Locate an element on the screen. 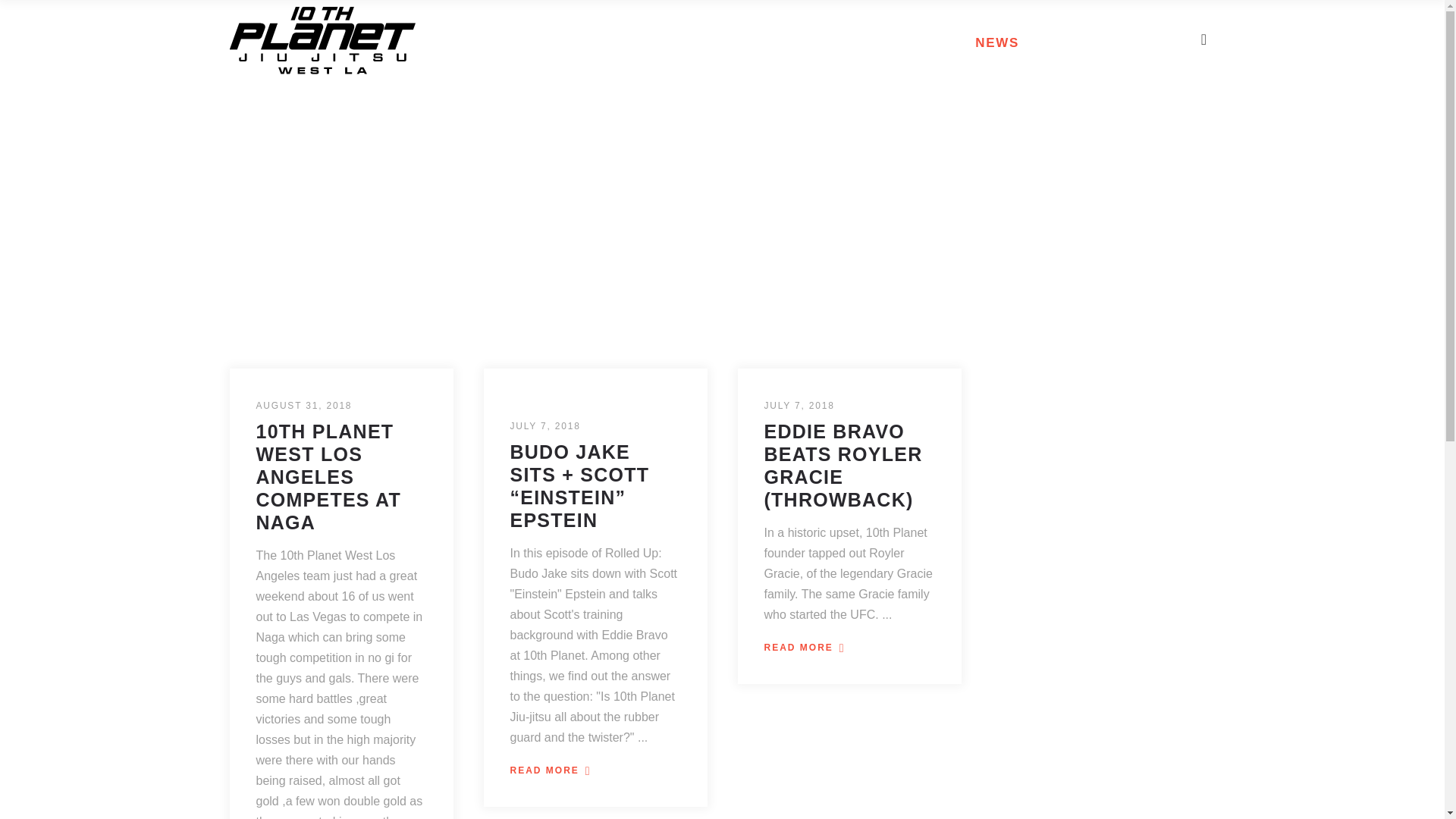  '10TH PLANET WEST LOS ANGELES COMPETES AT NAGA' is located at coordinates (328, 475).